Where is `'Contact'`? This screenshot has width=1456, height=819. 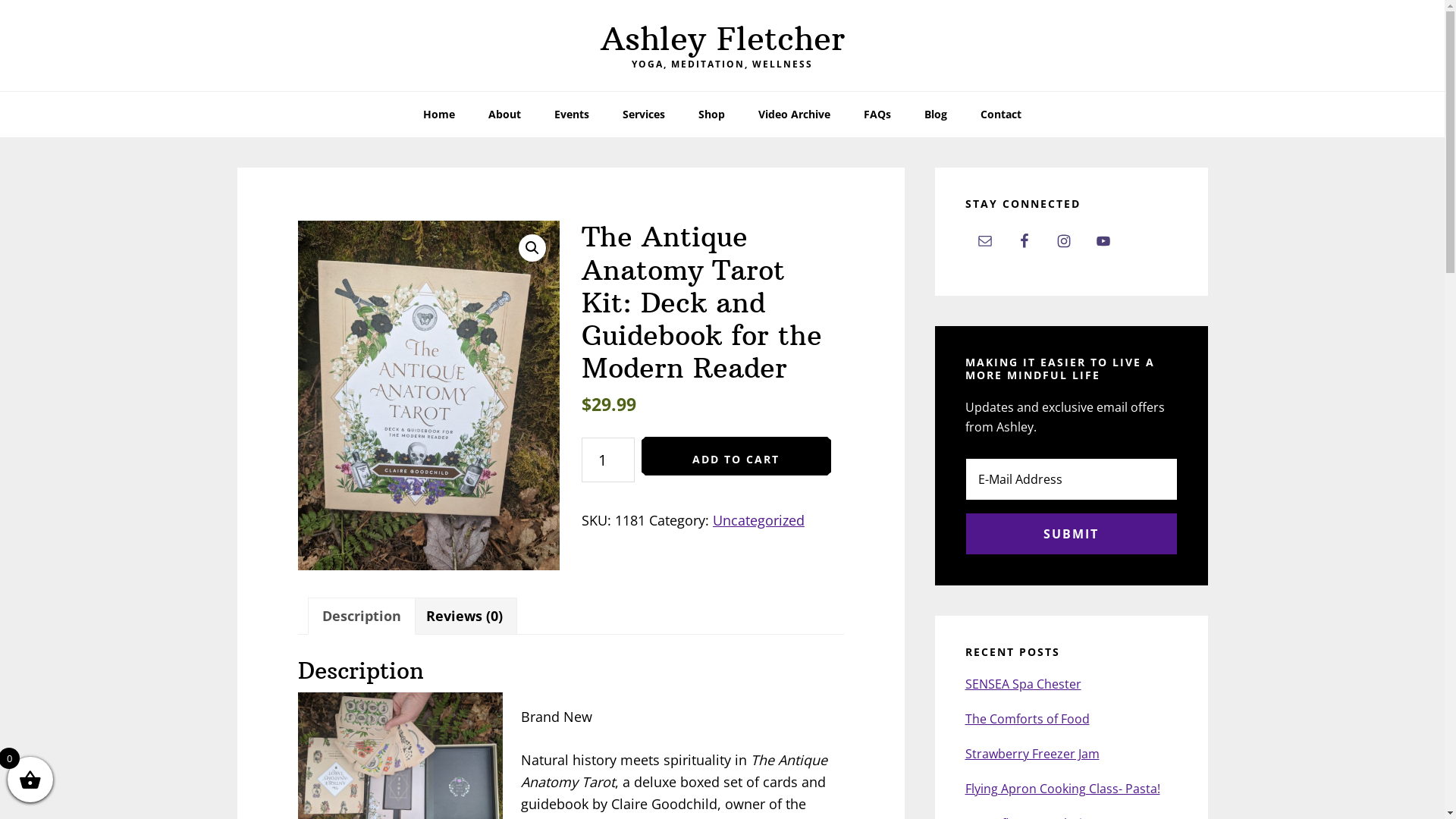
'Contact' is located at coordinates (1001, 113).